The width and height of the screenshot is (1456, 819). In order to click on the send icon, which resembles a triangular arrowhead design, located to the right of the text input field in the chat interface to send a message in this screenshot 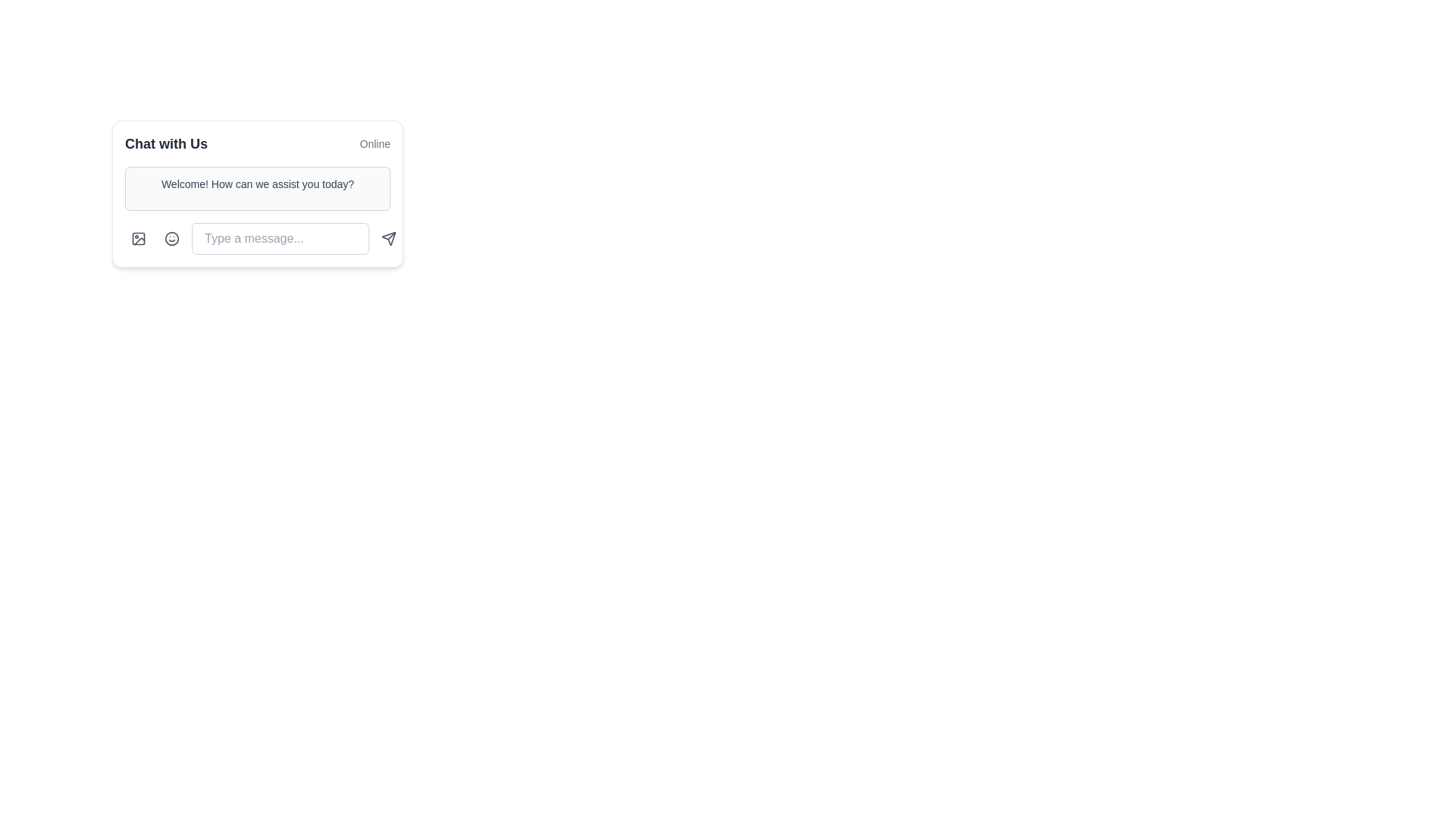, I will do `click(389, 239)`.